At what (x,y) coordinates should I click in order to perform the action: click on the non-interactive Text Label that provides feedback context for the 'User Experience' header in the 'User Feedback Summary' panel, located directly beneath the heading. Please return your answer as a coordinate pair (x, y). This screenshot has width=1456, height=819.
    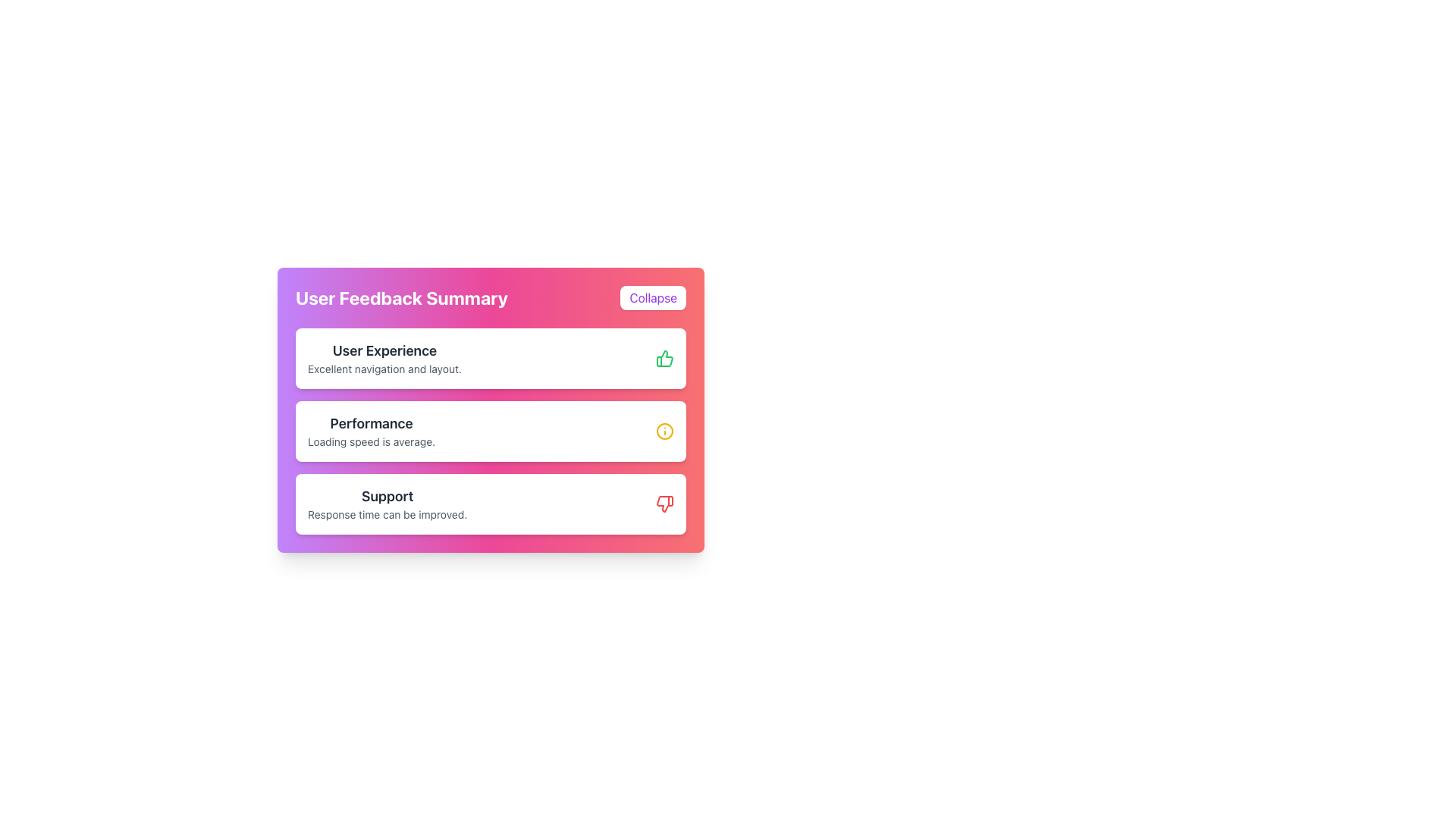
    Looking at the image, I should click on (384, 369).